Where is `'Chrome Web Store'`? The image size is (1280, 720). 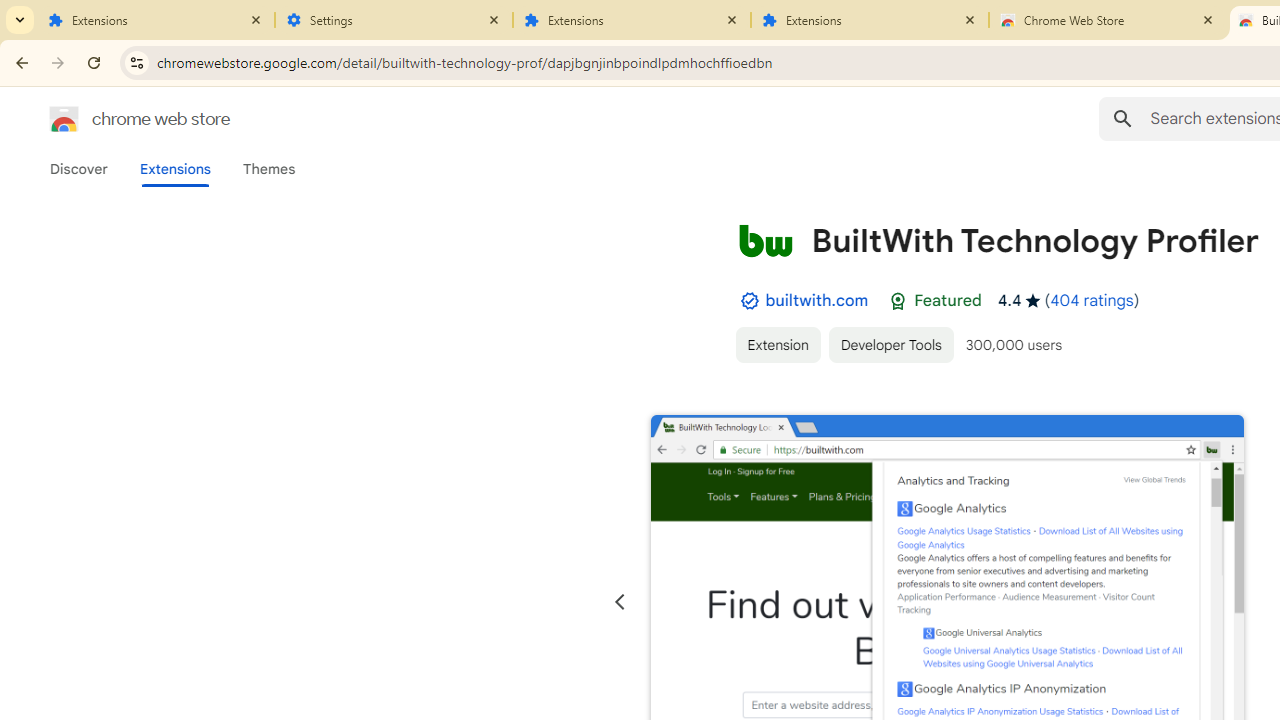 'Chrome Web Store' is located at coordinates (1107, 20).